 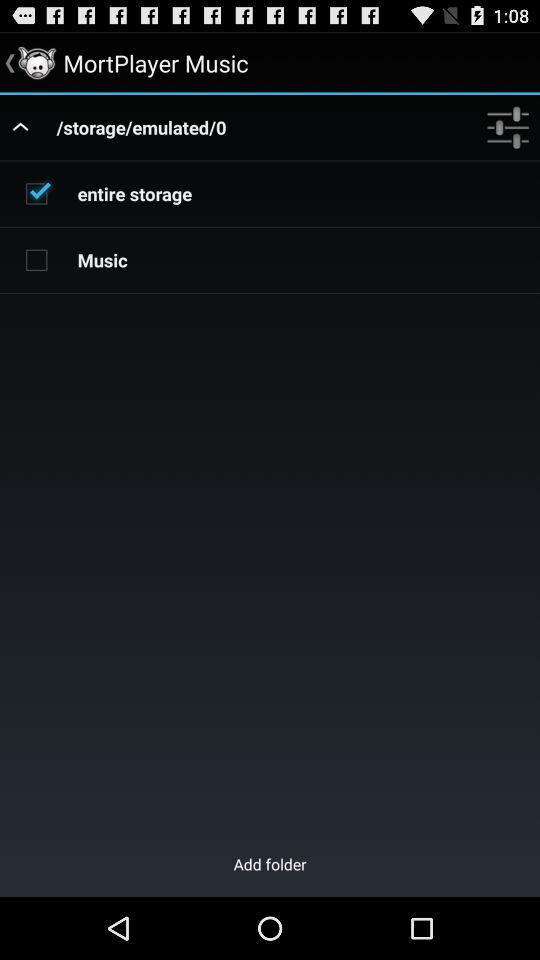 What do you see at coordinates (36, 193) in the screenshot?
I see `entire storage` at bounding box center [36, 193].